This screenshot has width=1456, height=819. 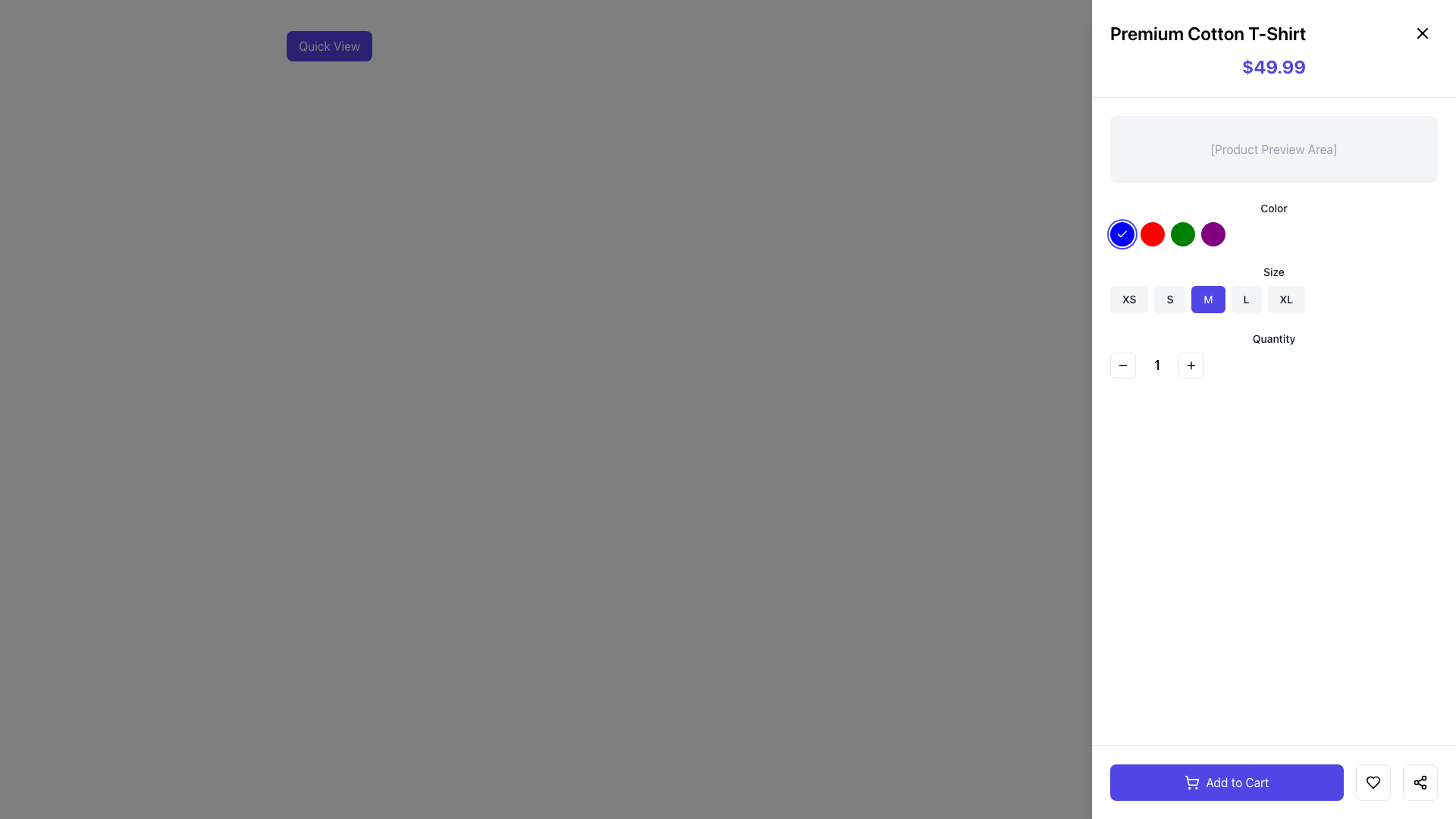 I want to click on the small square button with rounded corners featuring a centered horizontal line icon (-) to decrement the value in the quantity selector interface, so click(x=1123, y=366).